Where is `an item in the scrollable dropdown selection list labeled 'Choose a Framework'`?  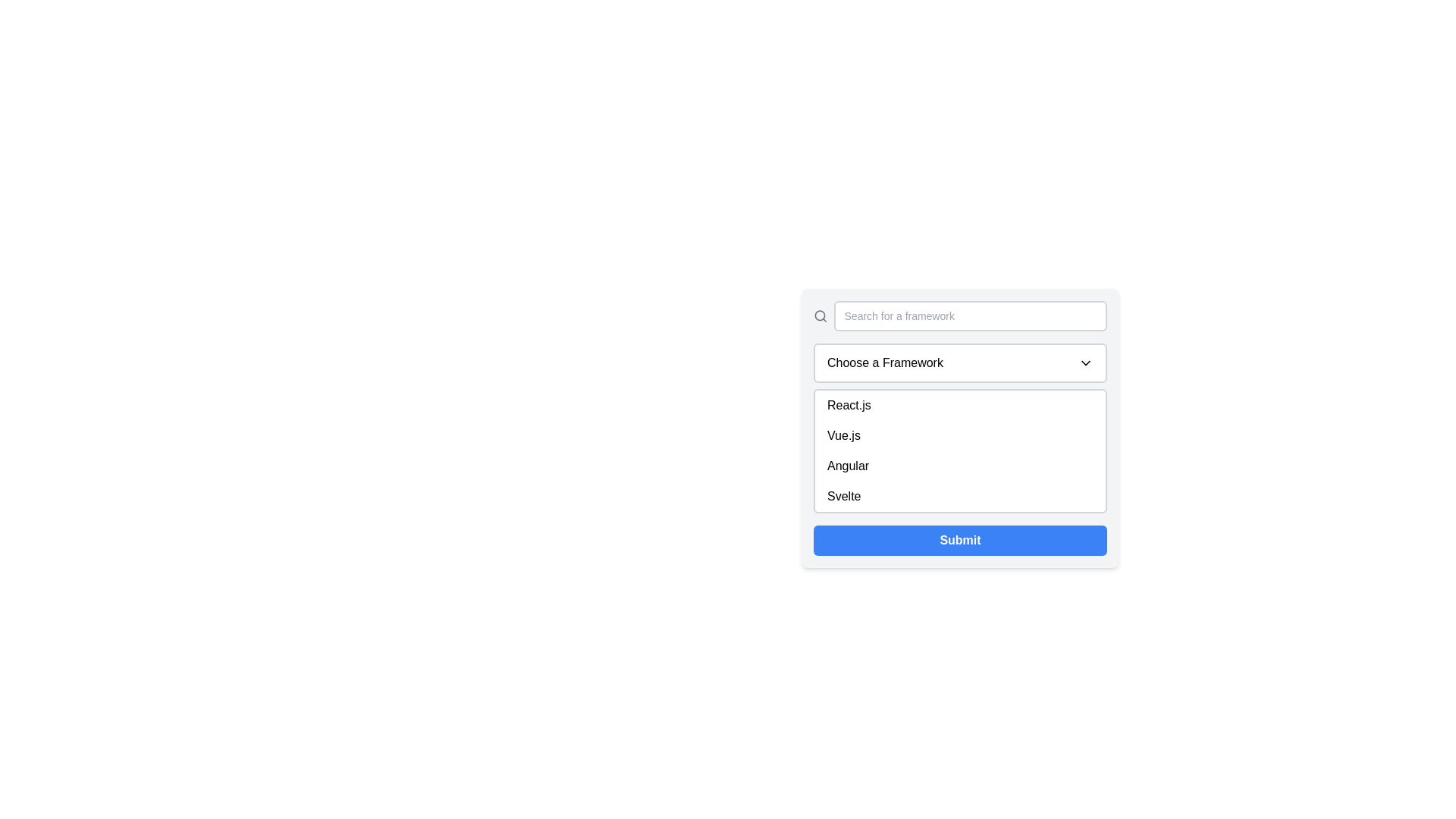
an item in the scrollable dropdown selection list labeled 'Choose a Framework' is located at coordinates (959, 450).